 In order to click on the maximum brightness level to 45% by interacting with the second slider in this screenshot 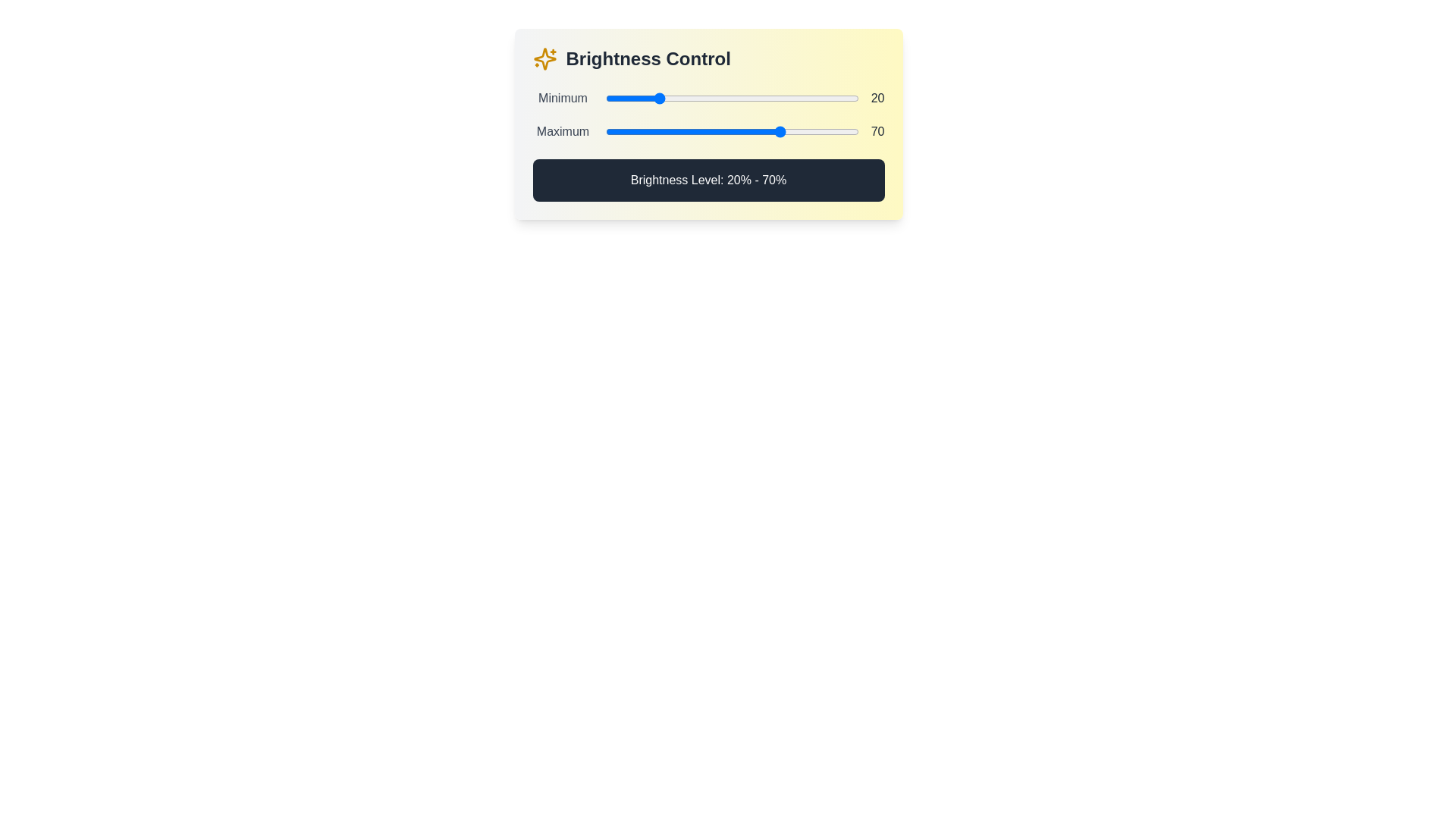, I will do `click(718, 130)`.